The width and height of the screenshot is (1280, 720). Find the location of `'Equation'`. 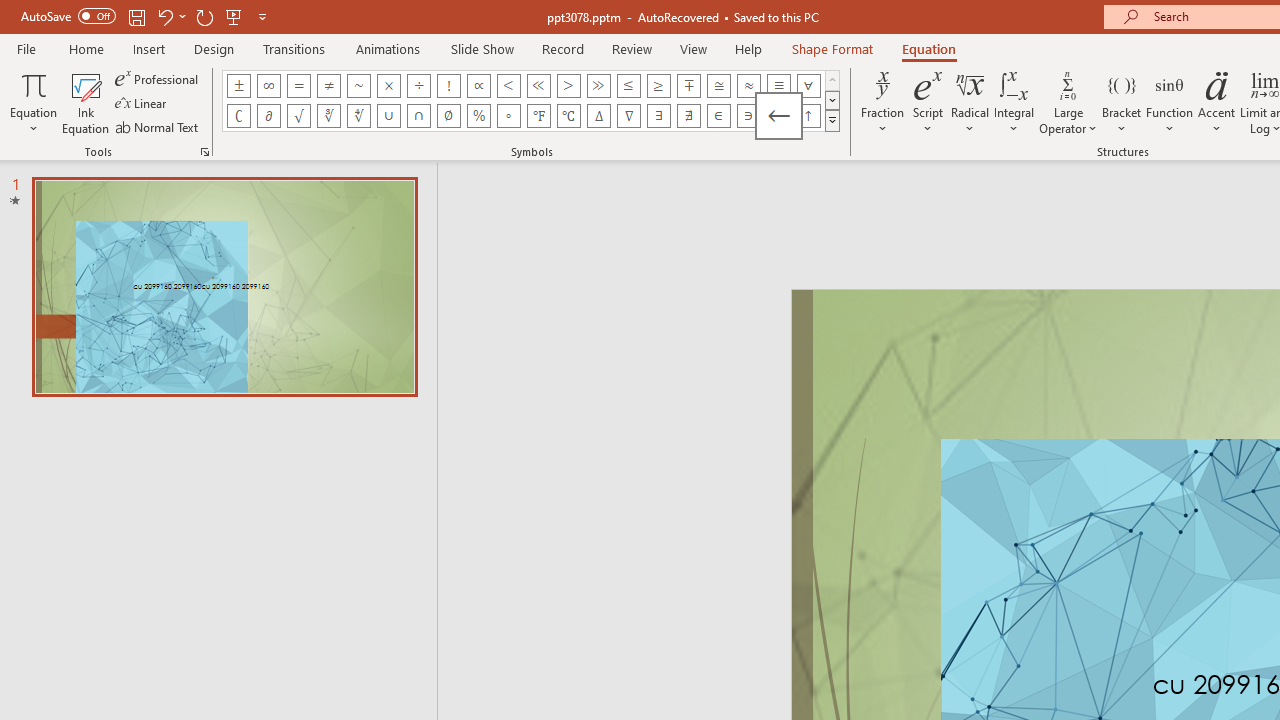

'Equation' is located at coordinates (33, 103).